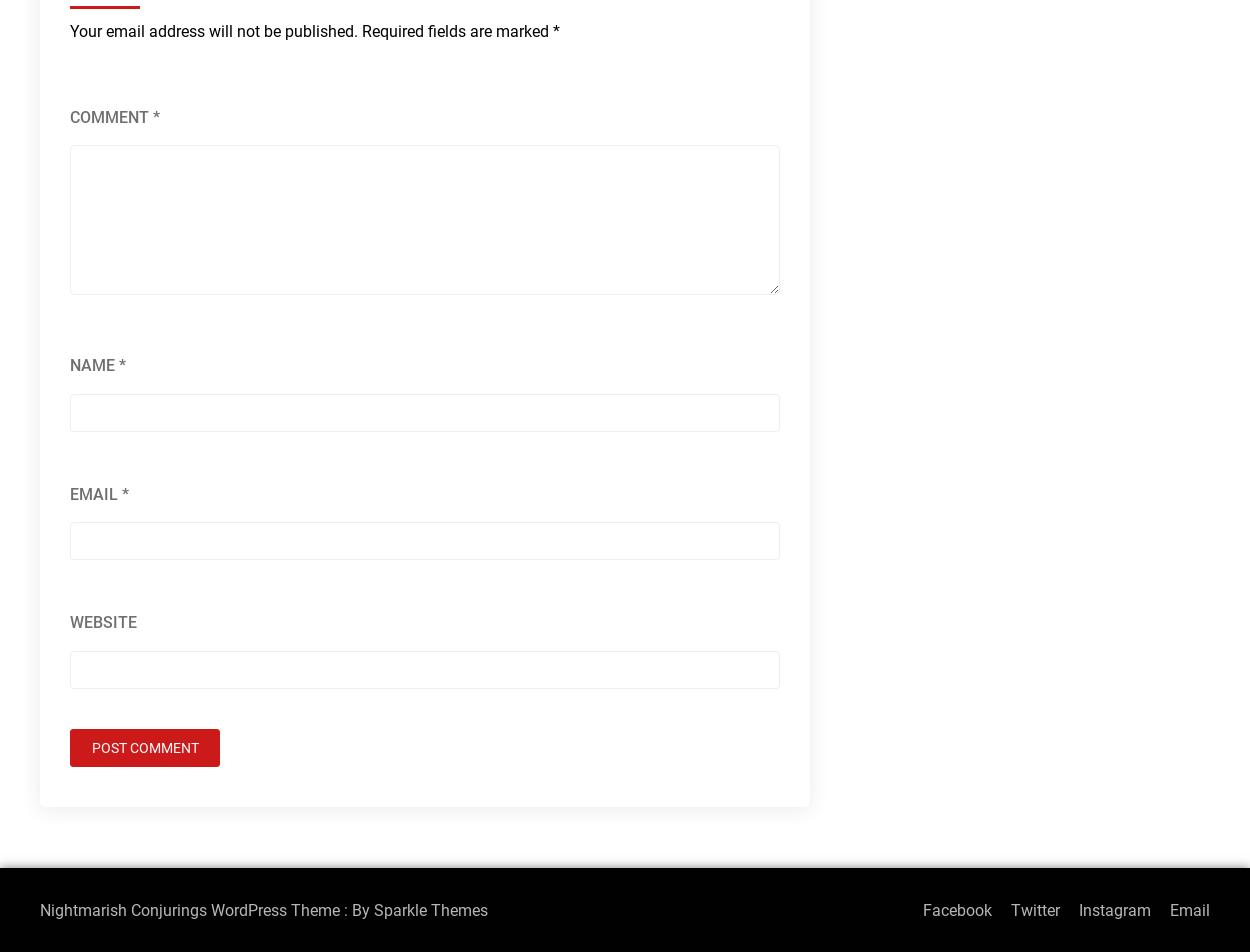  I want to click on 'Your email address will not be published.', so click(213, 31).